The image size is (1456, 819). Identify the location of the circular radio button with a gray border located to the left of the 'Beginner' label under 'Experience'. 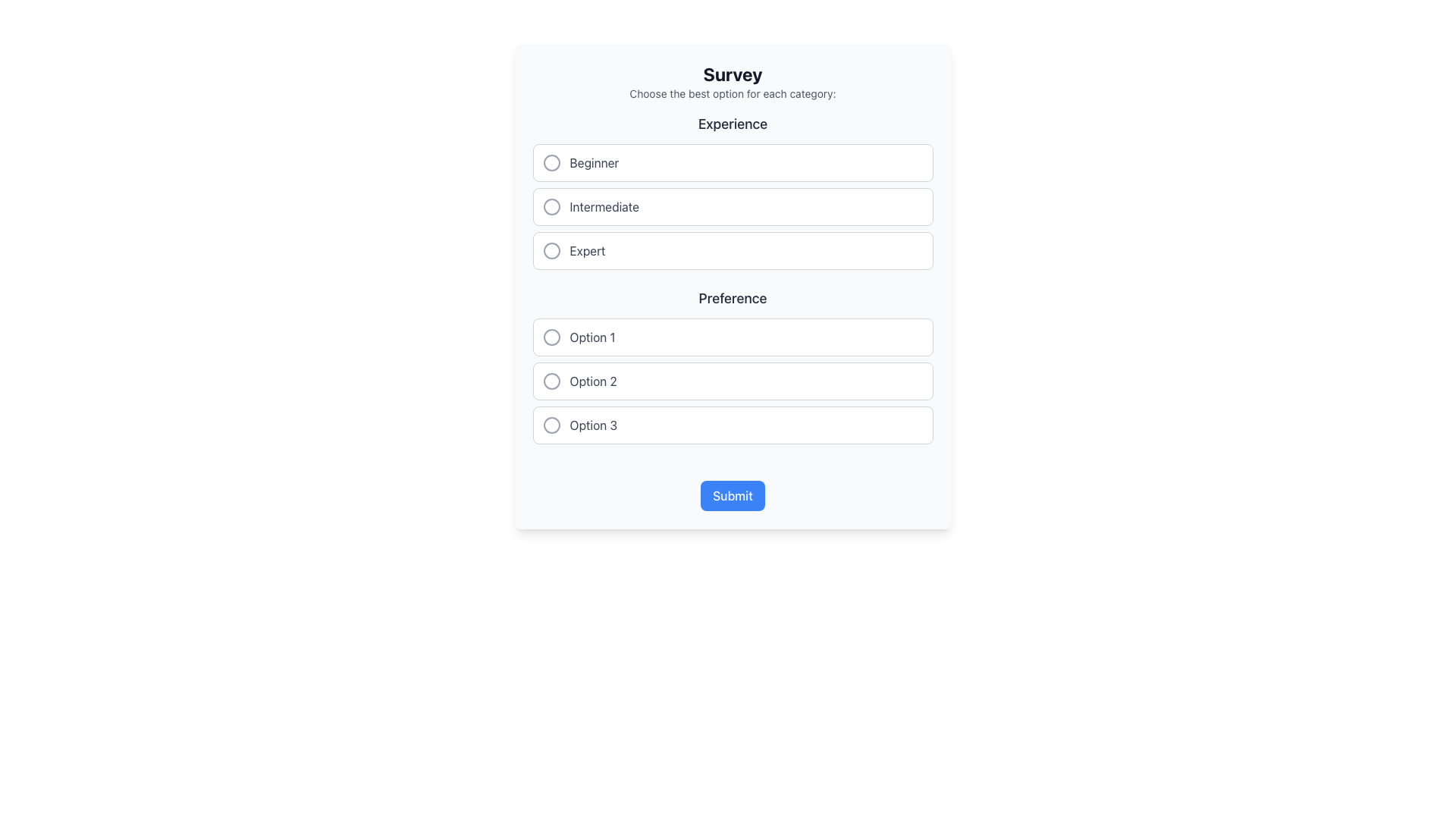
(551, 163).